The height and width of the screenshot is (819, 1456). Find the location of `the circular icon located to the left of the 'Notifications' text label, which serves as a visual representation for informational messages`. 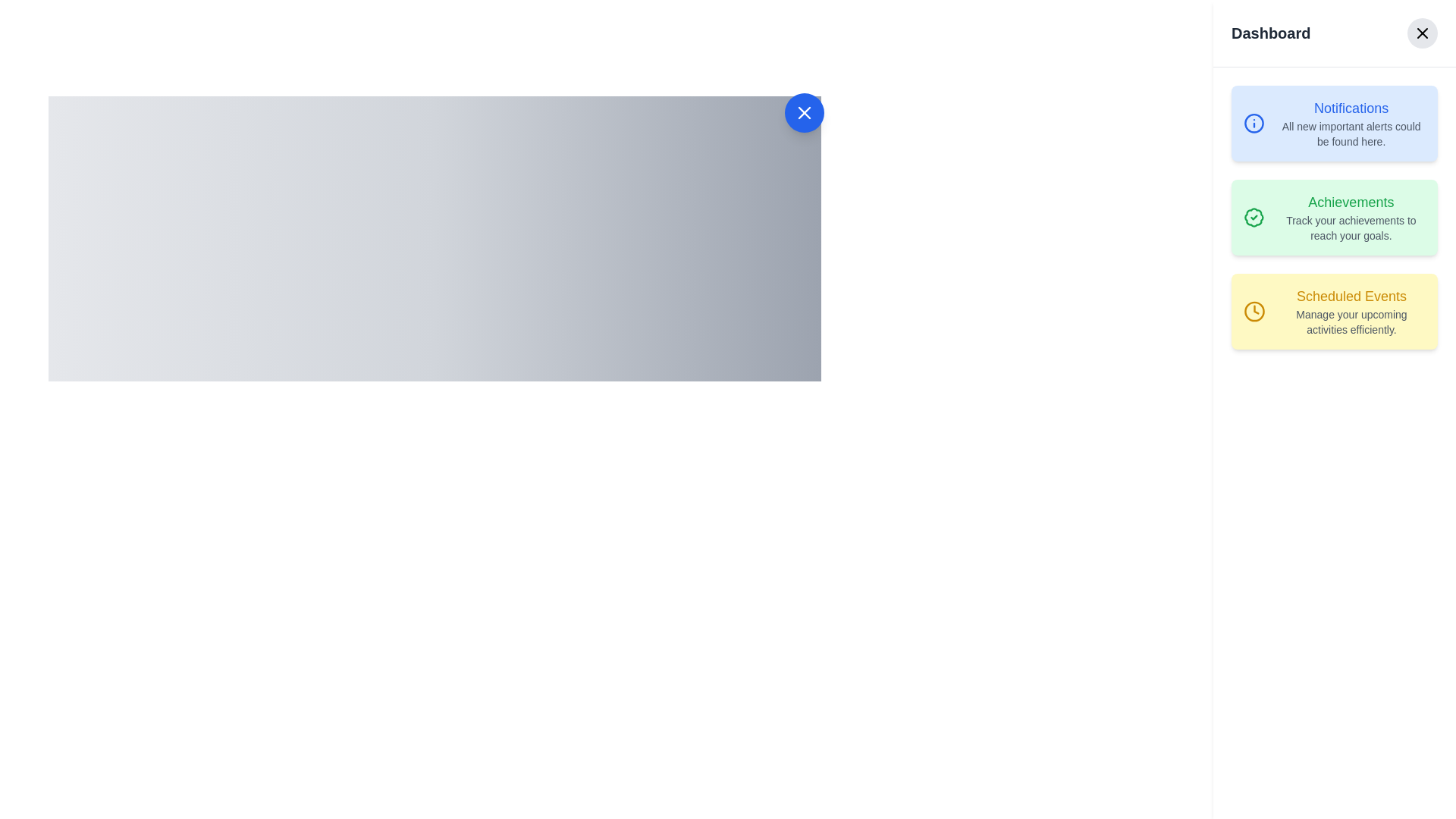

the circular icon located to the left of the 'Notifications' text label, which serves as a visual representation for informational messages is located at coordinates (1254, 122).